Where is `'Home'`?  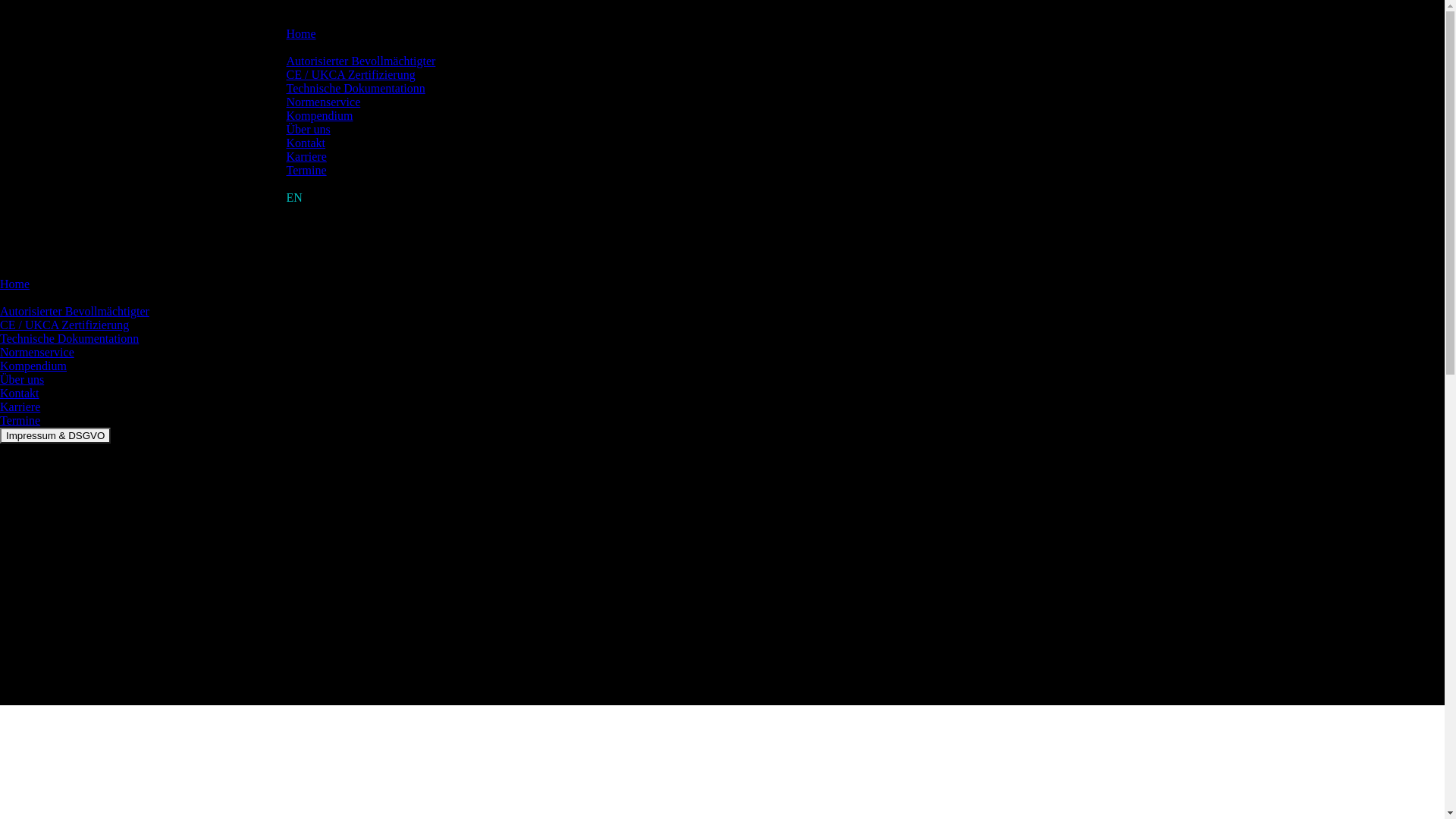 'Home' is located at coordinates (287, 33).